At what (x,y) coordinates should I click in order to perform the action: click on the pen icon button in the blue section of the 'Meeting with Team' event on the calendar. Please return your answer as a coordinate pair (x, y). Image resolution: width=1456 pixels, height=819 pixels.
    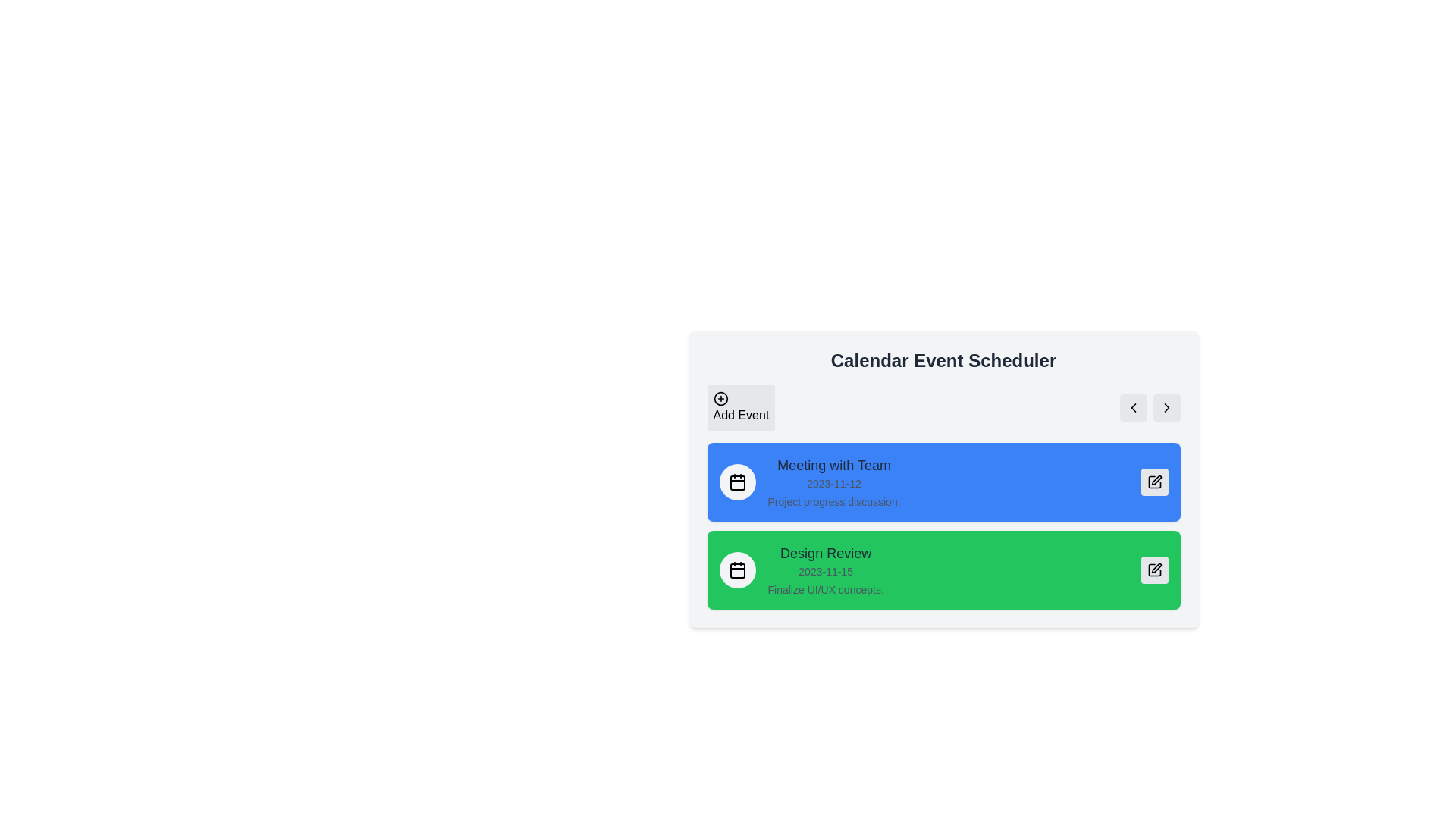
    Looking at the image, I should click on (1156, 480).